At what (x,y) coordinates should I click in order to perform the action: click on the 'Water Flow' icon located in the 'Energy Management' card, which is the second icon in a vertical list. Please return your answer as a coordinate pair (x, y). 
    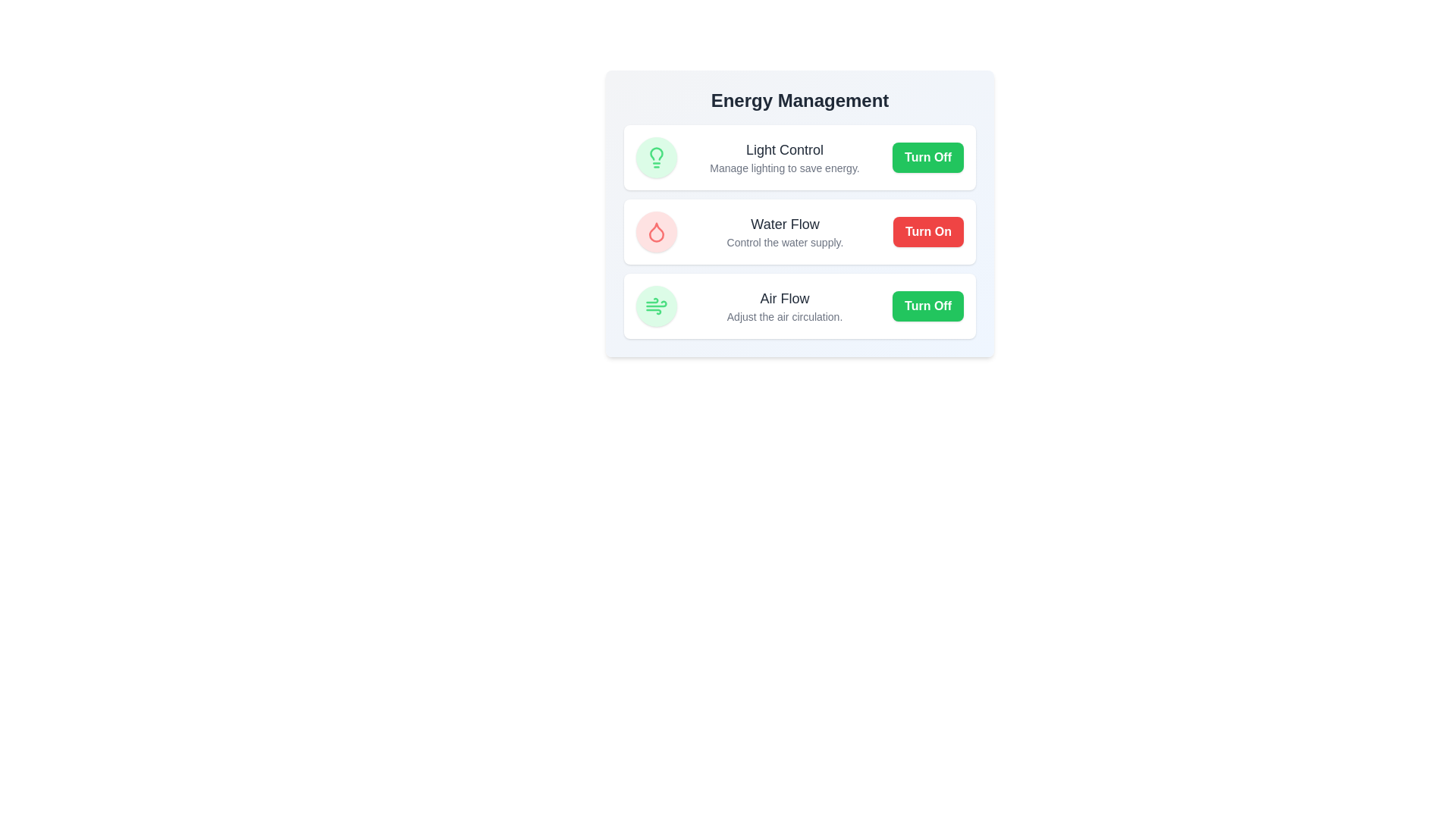
    Looking at the image, I should click on (656, 231).